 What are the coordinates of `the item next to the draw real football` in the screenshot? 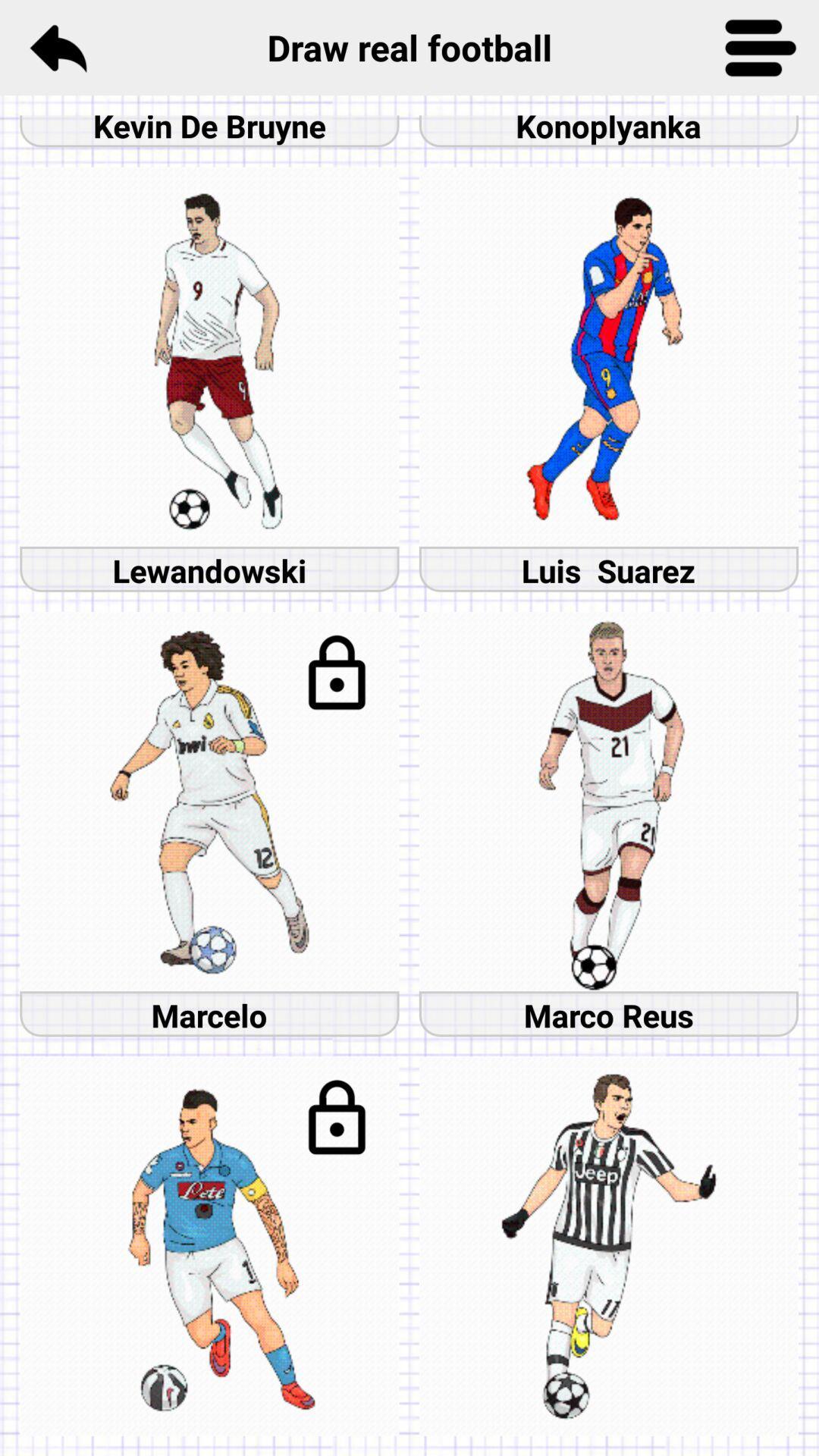 It's located at (761, 47).